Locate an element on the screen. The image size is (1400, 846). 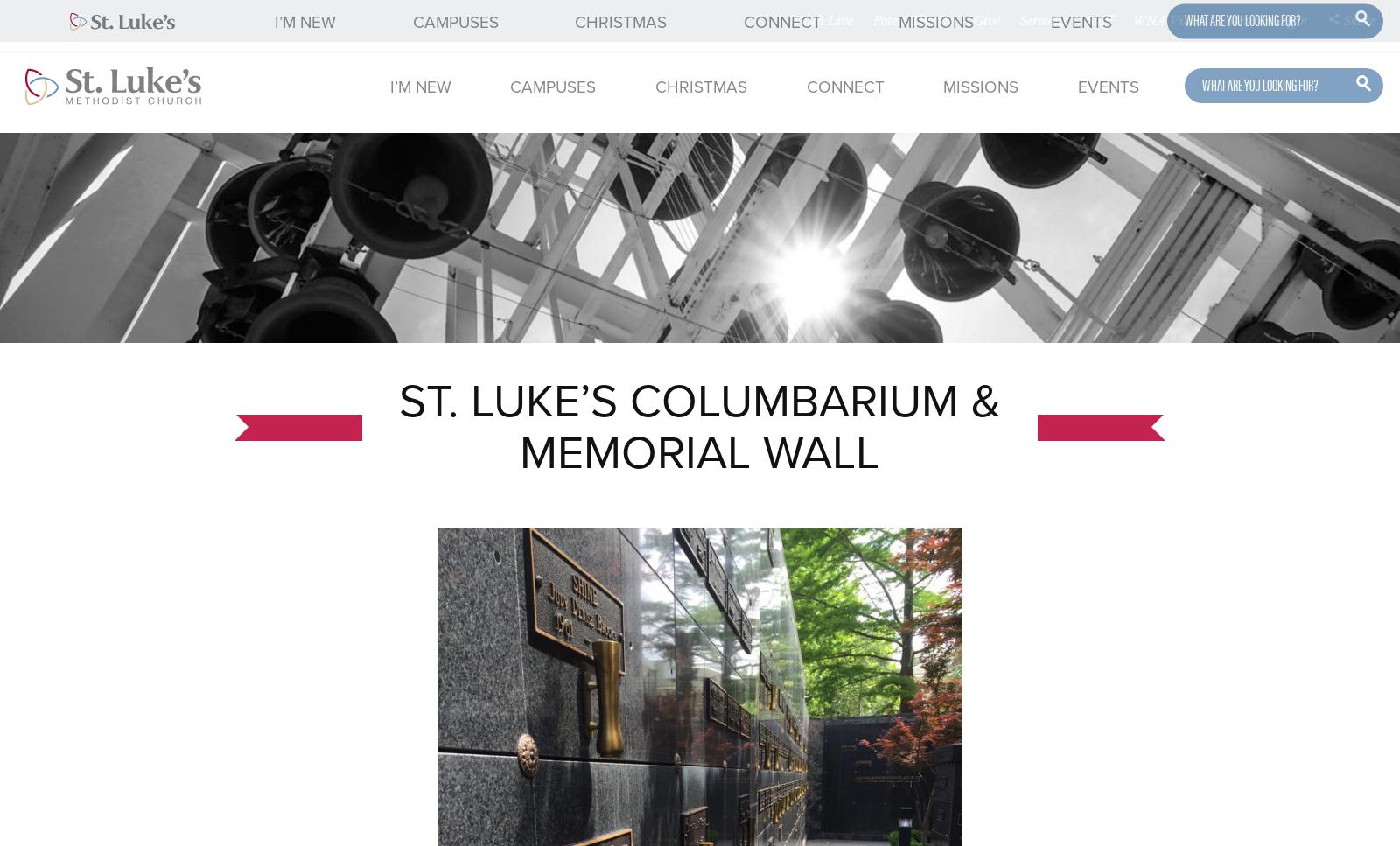
'Online Campus' is located at coordinates (822, 98).